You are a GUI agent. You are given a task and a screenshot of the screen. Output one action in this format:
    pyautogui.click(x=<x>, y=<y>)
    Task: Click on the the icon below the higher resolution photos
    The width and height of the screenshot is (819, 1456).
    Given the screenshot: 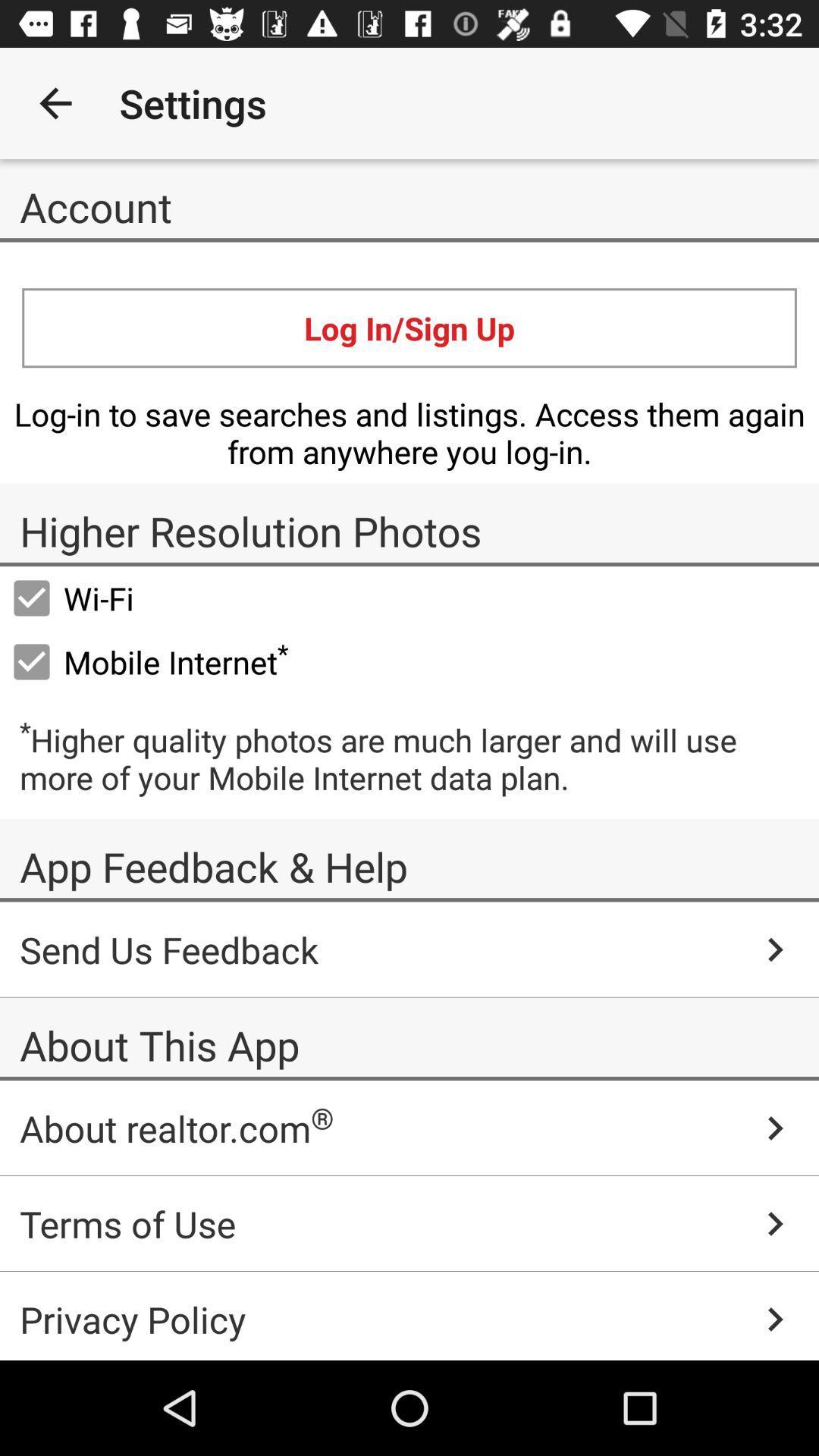 What is the action you would take?
    pyautogui.click(x=72, y=597)
    